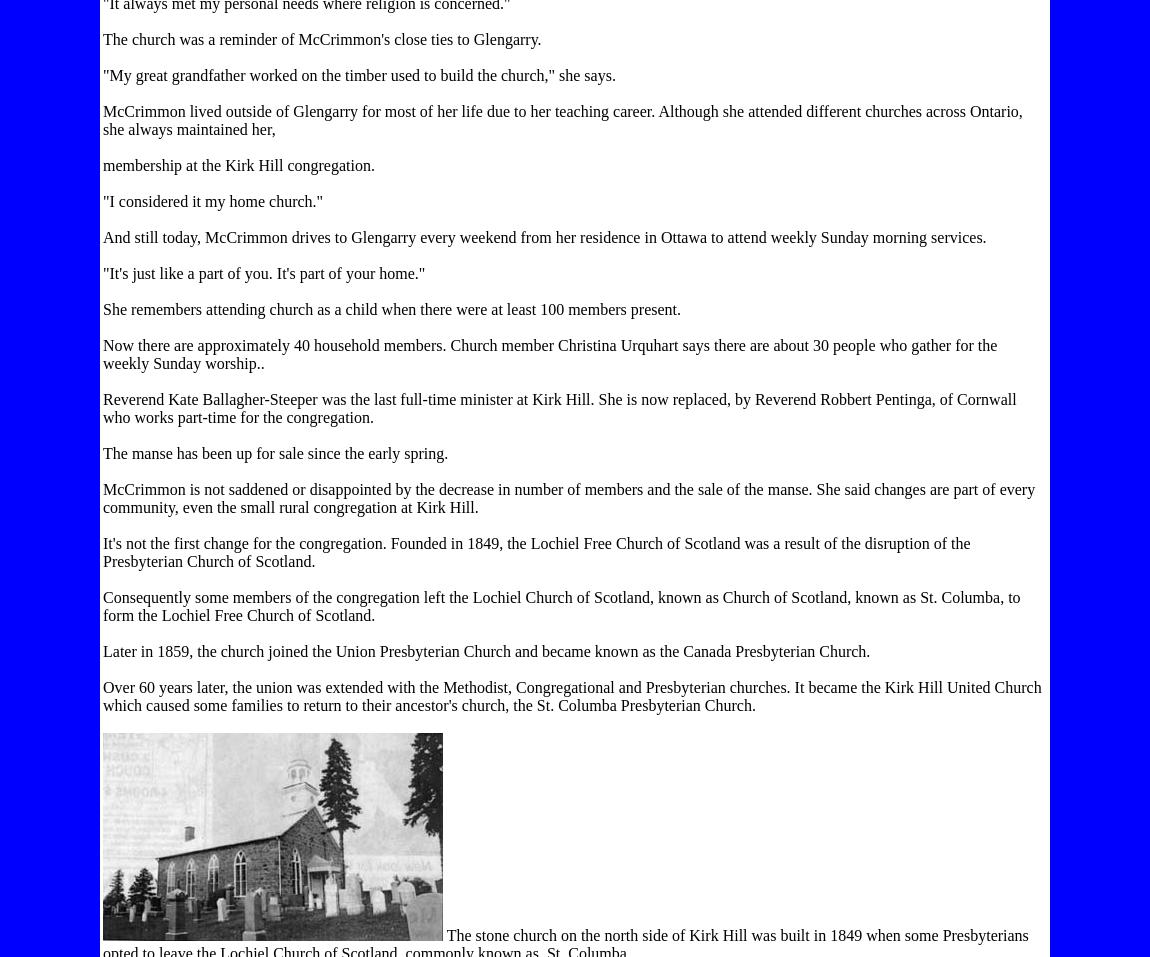 Image resolution: width=1150 pixels, height=957 pixels. I want to click on 'membership at the Kirk Hill congregation.', so click(237, 165).